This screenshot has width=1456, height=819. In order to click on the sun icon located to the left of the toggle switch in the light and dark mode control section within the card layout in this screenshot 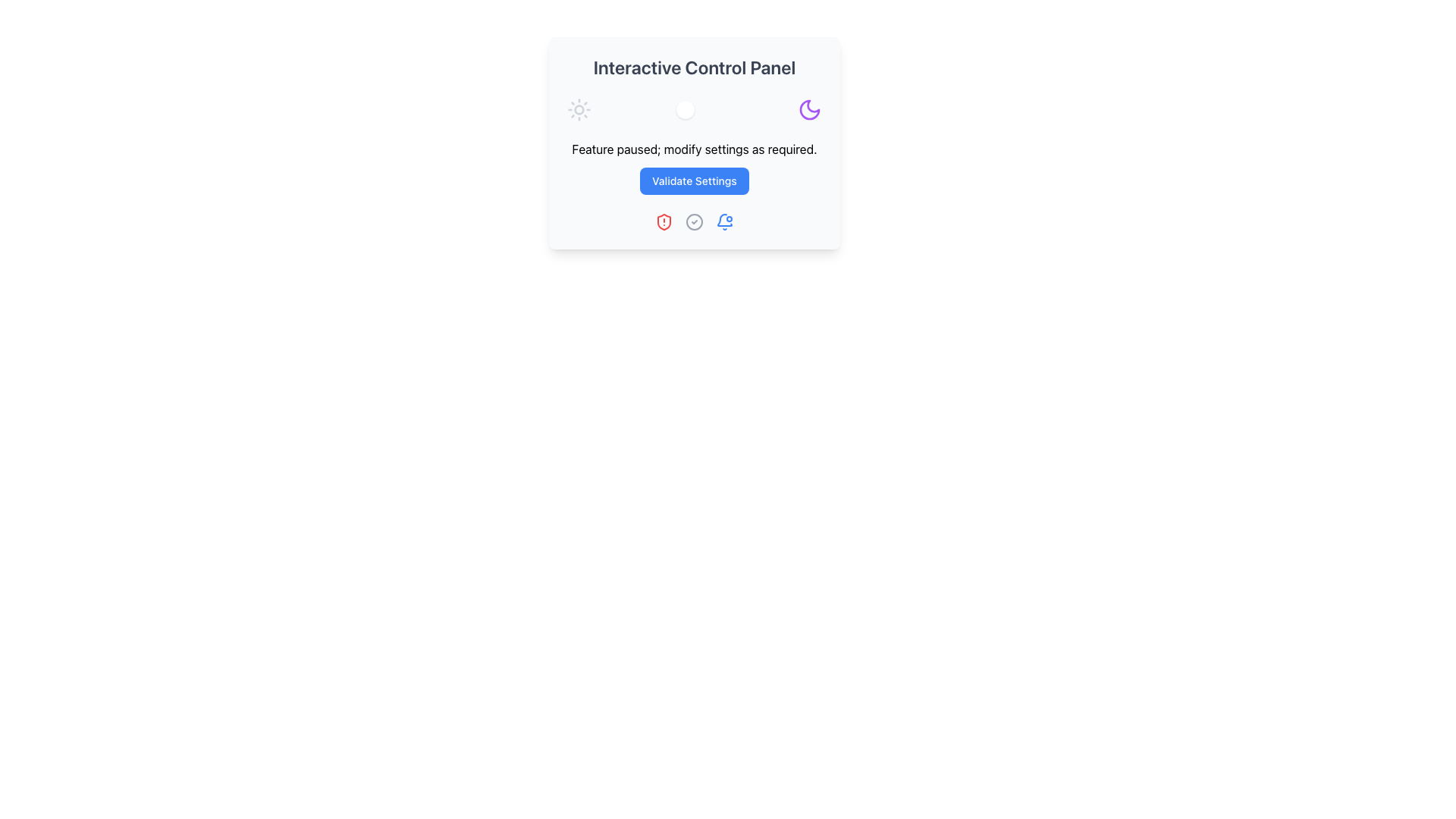, I will do `click(578, 109)`.